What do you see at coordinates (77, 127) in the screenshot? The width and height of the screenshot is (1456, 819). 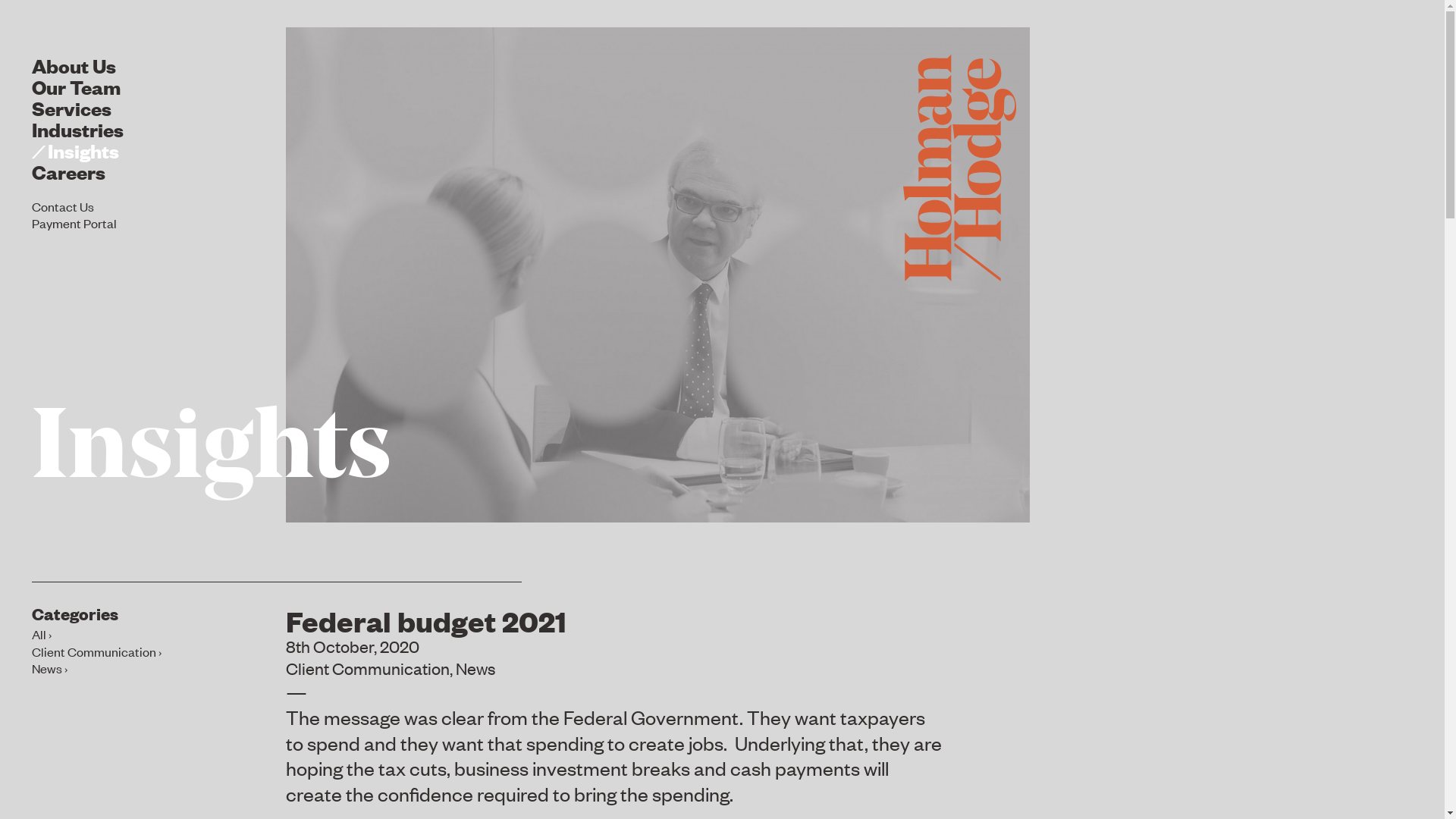 I see `'Industries'` at bounding box center [77, 127].